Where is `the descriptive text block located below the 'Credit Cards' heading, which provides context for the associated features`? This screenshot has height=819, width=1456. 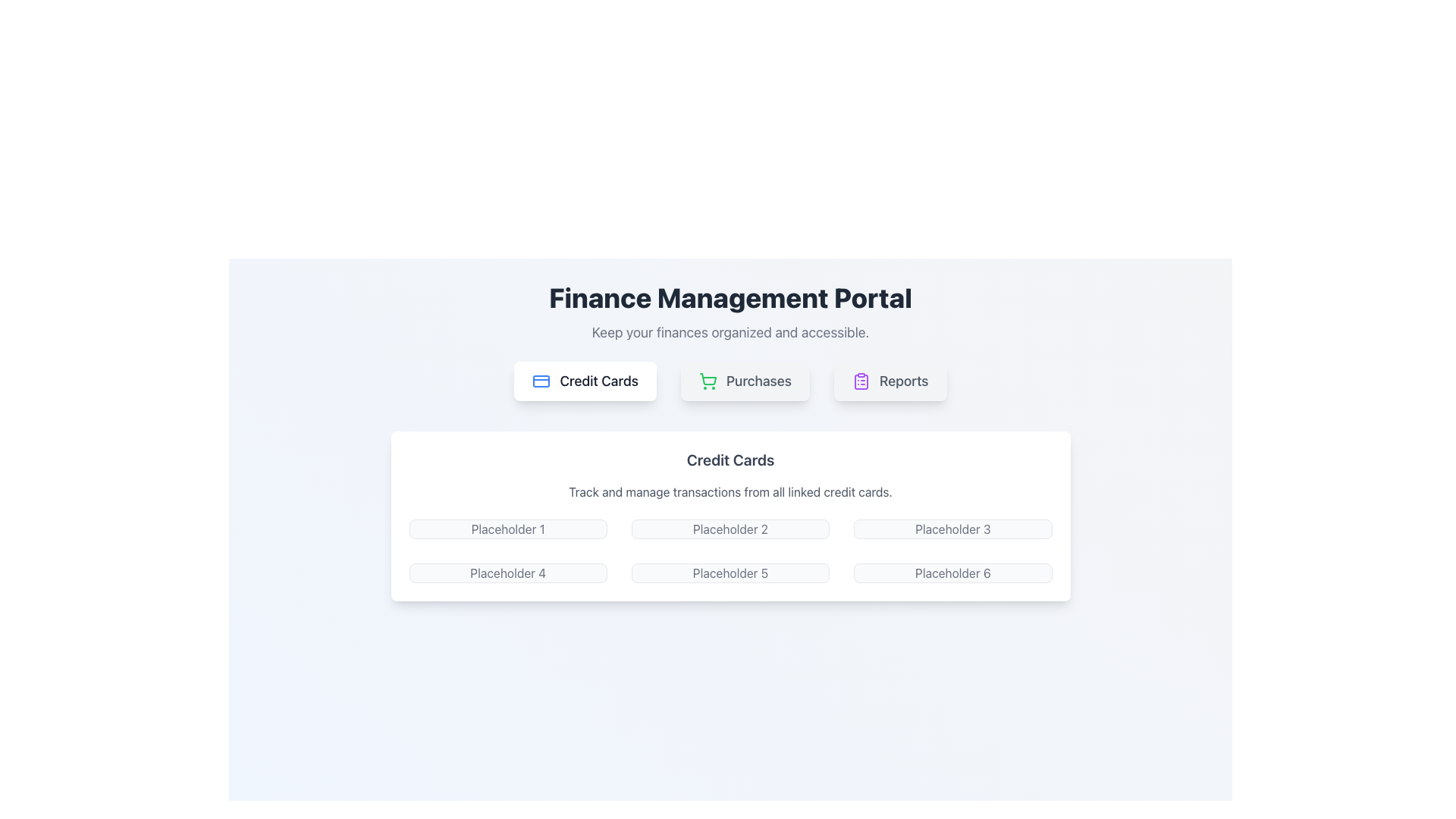 the descriptive text block located below the 'Credit Cards' heading, which provides context for the associated features is located at coordinates (730, 491).